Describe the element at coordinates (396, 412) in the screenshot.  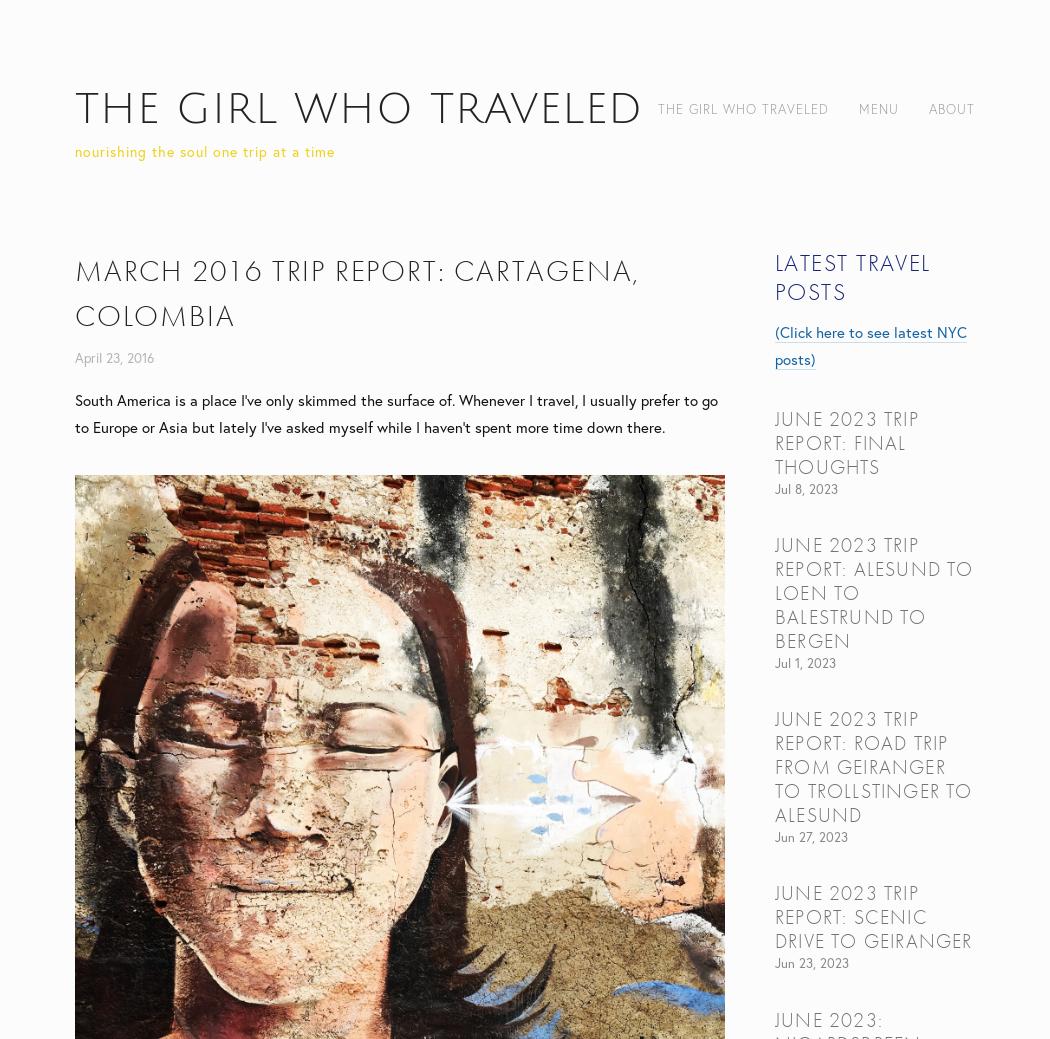
I see `'South America is a place I've only skimmed the surface of. Whenever I travel, I usually prefer to go to Europe or Asia but lately I've asked myself while I haven't spent more time down there.'` at that location.